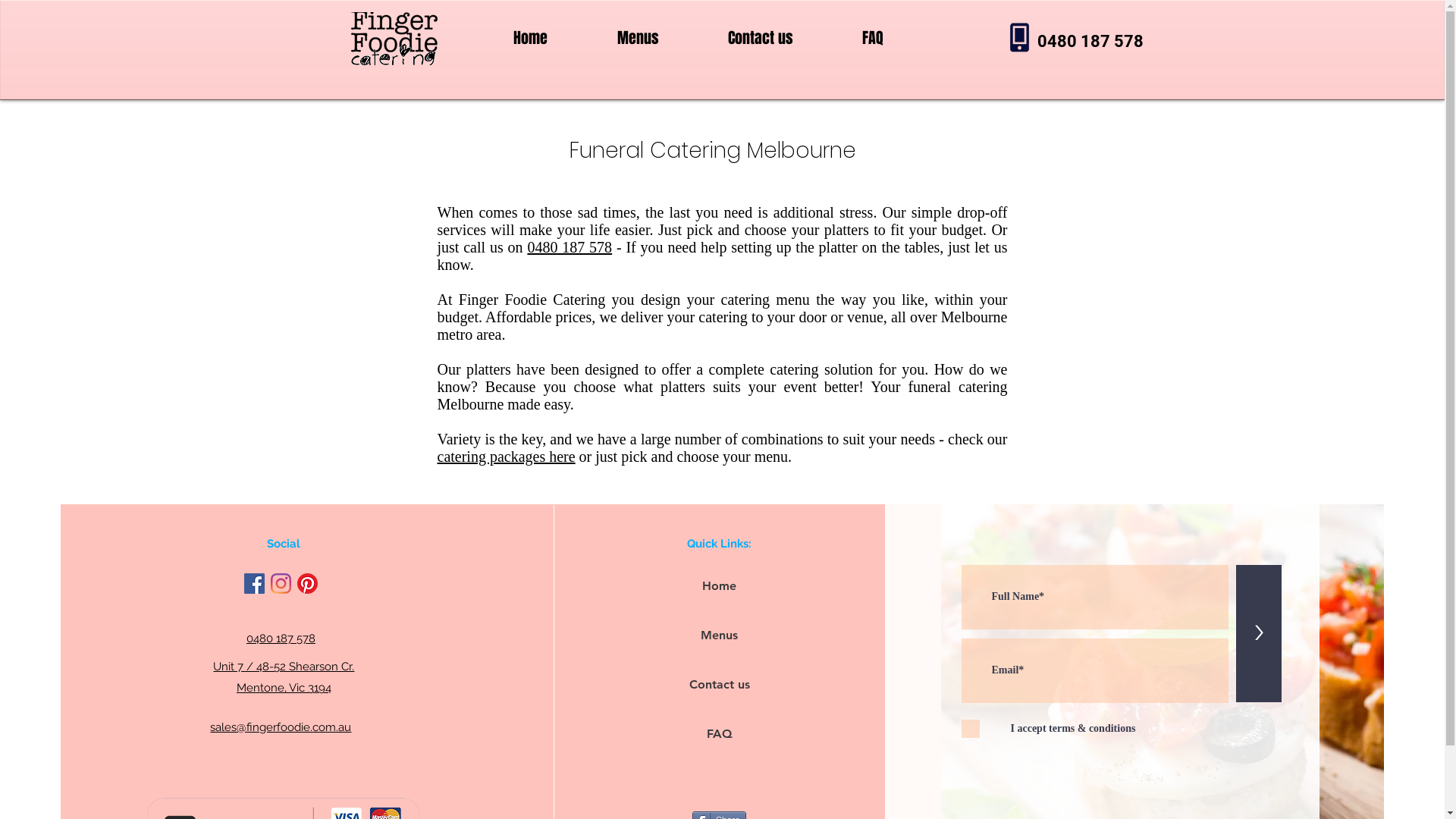 Image resolution: width=1456 pixels, height=819 pixels. What do you see at coordinates (236, 687) in the screenshot?
I see `'Mentone, Vic 3194'` at bounding box center [236, 687].